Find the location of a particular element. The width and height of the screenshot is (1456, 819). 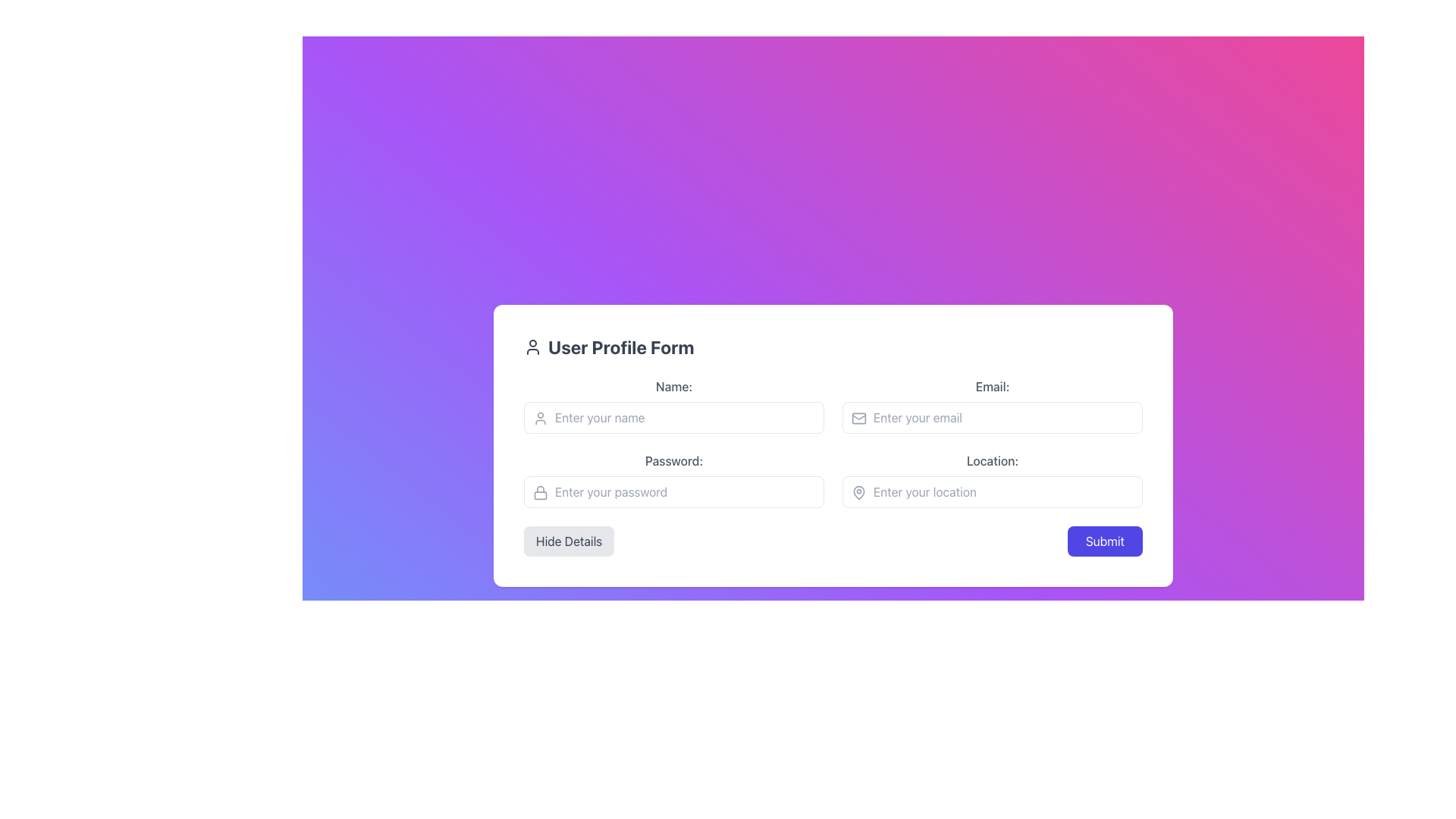

the Text Label that identifies the email input field, which is located in the second row of the left column of the user form interface is located at coordinates (993, 385).